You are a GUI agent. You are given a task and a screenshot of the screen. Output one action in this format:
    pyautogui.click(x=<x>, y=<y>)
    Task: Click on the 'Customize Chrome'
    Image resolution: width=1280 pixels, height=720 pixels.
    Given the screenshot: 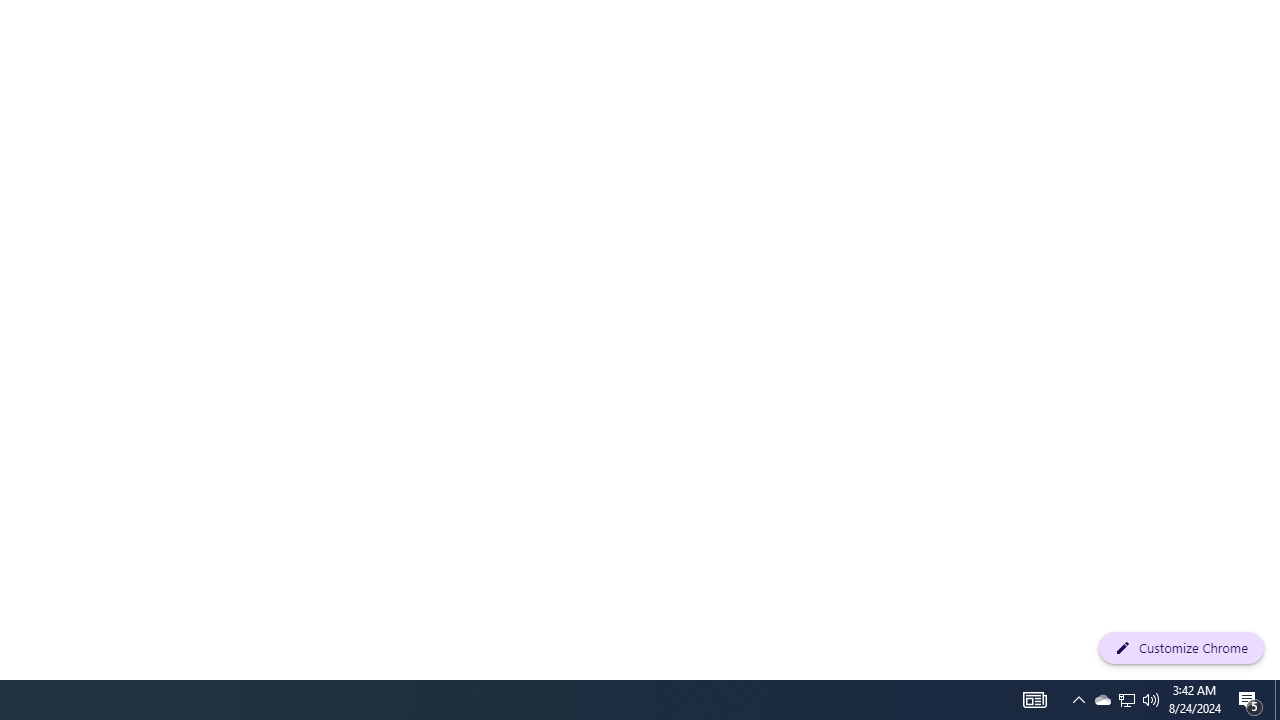 What is the action you would take?
    pyautogui.click(x=1181, y=648)
    